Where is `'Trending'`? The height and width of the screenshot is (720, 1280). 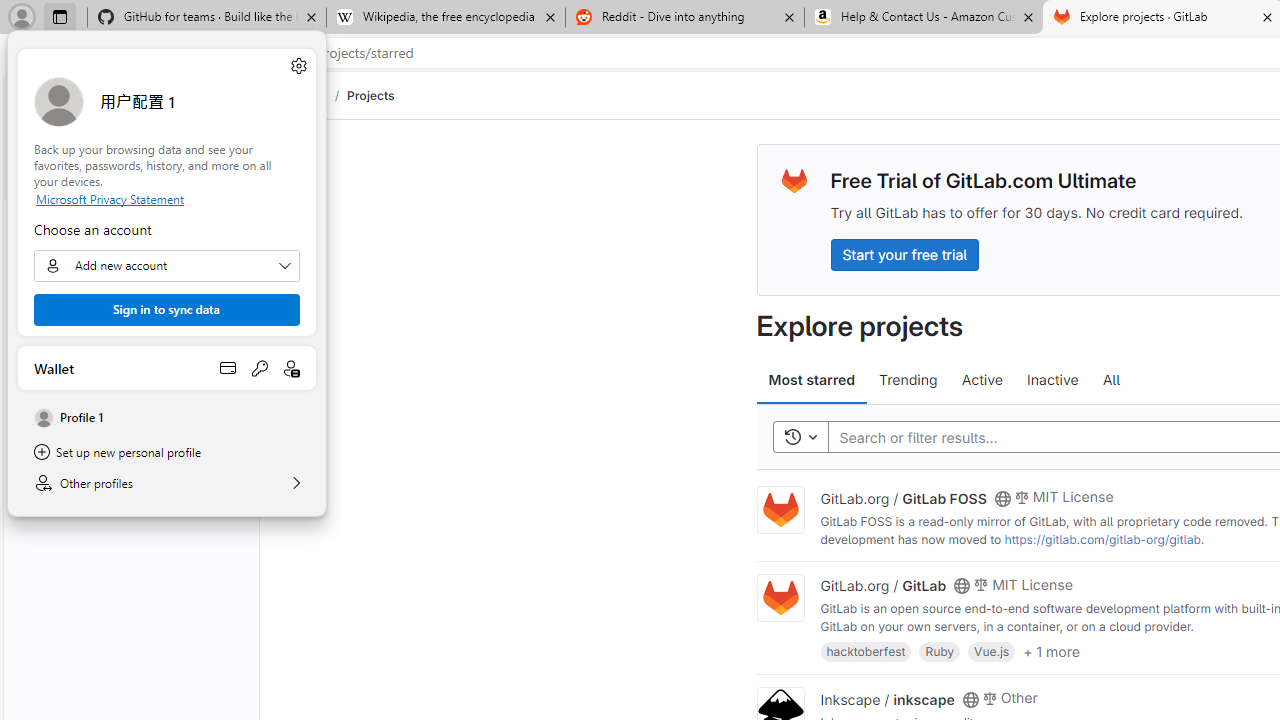
'Trending' is located at coordinates (907, 380).